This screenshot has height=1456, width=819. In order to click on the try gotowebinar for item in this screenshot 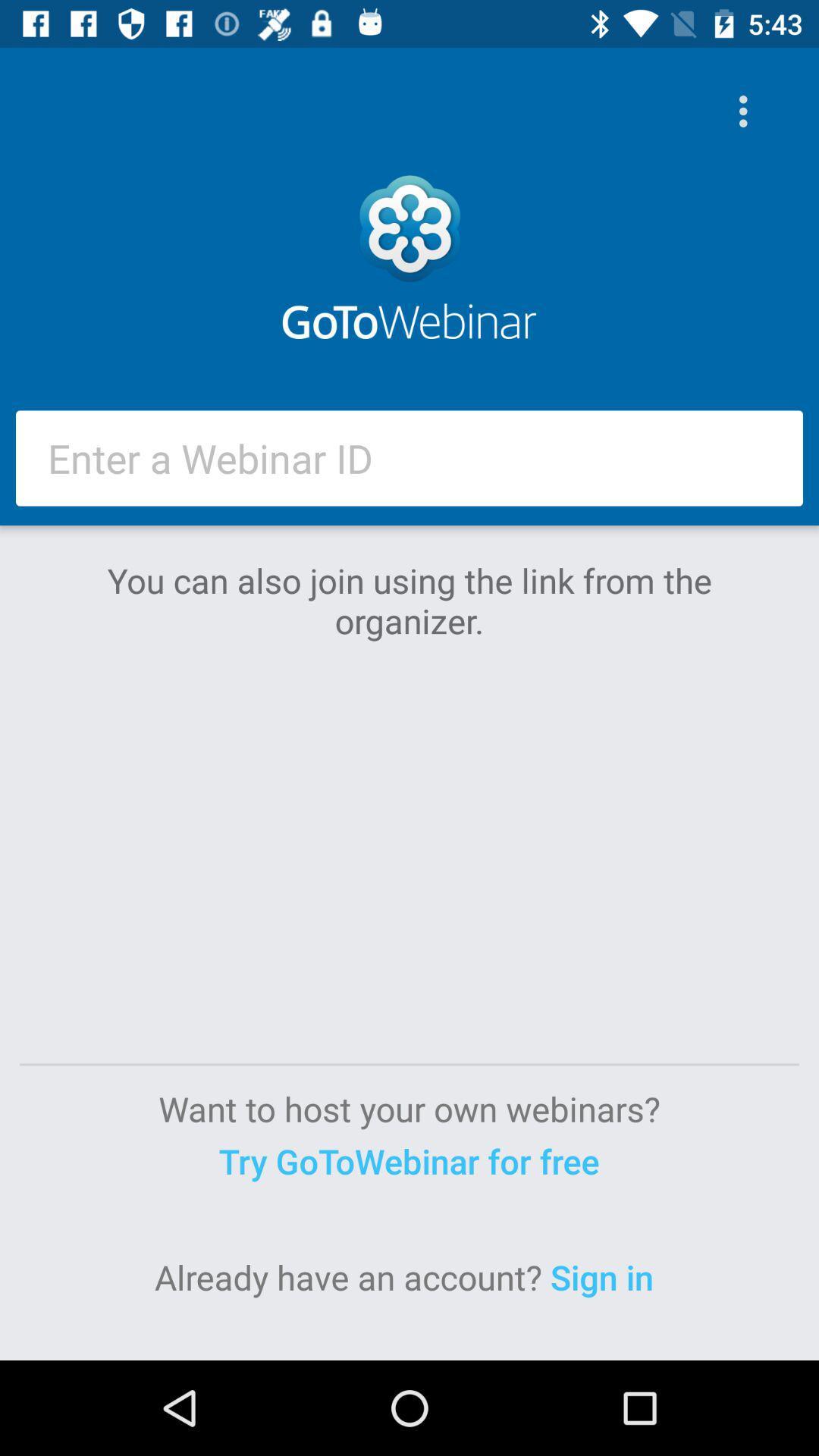, I will do `click(408, 1160)`.